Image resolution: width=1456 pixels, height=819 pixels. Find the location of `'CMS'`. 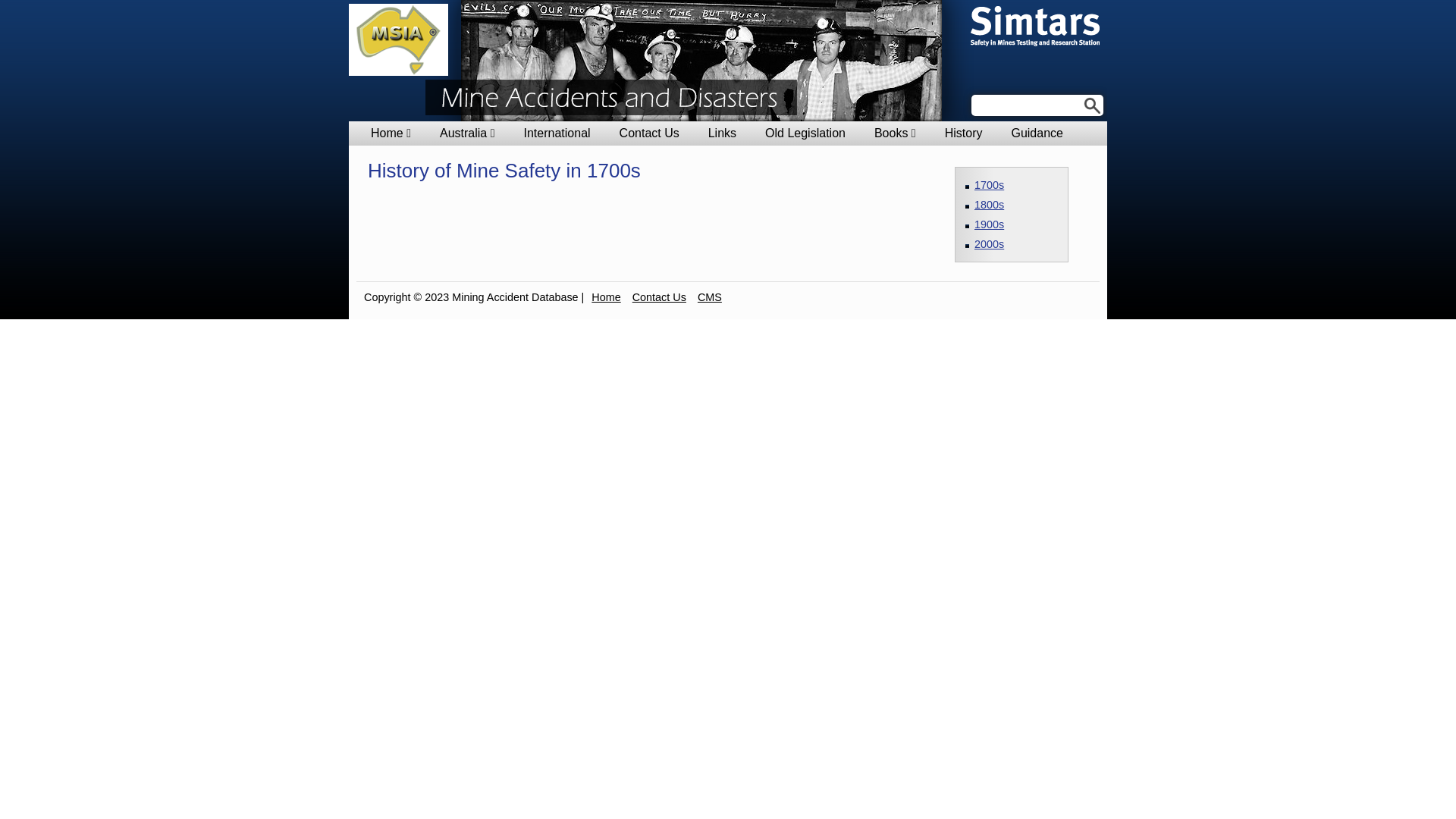

'CMS' is located at coordinates (709, 297).